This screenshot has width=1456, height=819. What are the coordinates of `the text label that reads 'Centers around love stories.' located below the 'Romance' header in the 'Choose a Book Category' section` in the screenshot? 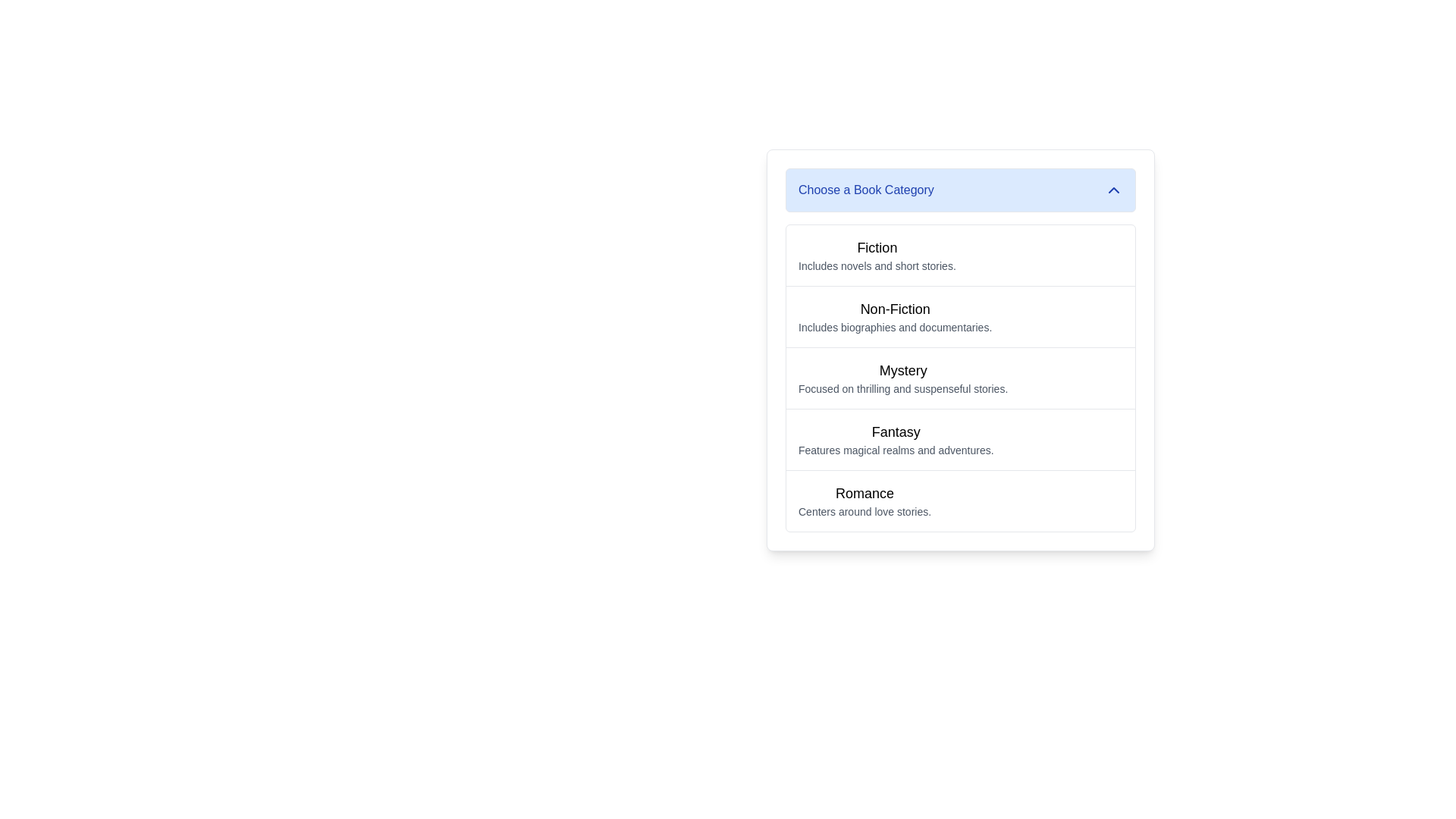 It's located at (864, 512).